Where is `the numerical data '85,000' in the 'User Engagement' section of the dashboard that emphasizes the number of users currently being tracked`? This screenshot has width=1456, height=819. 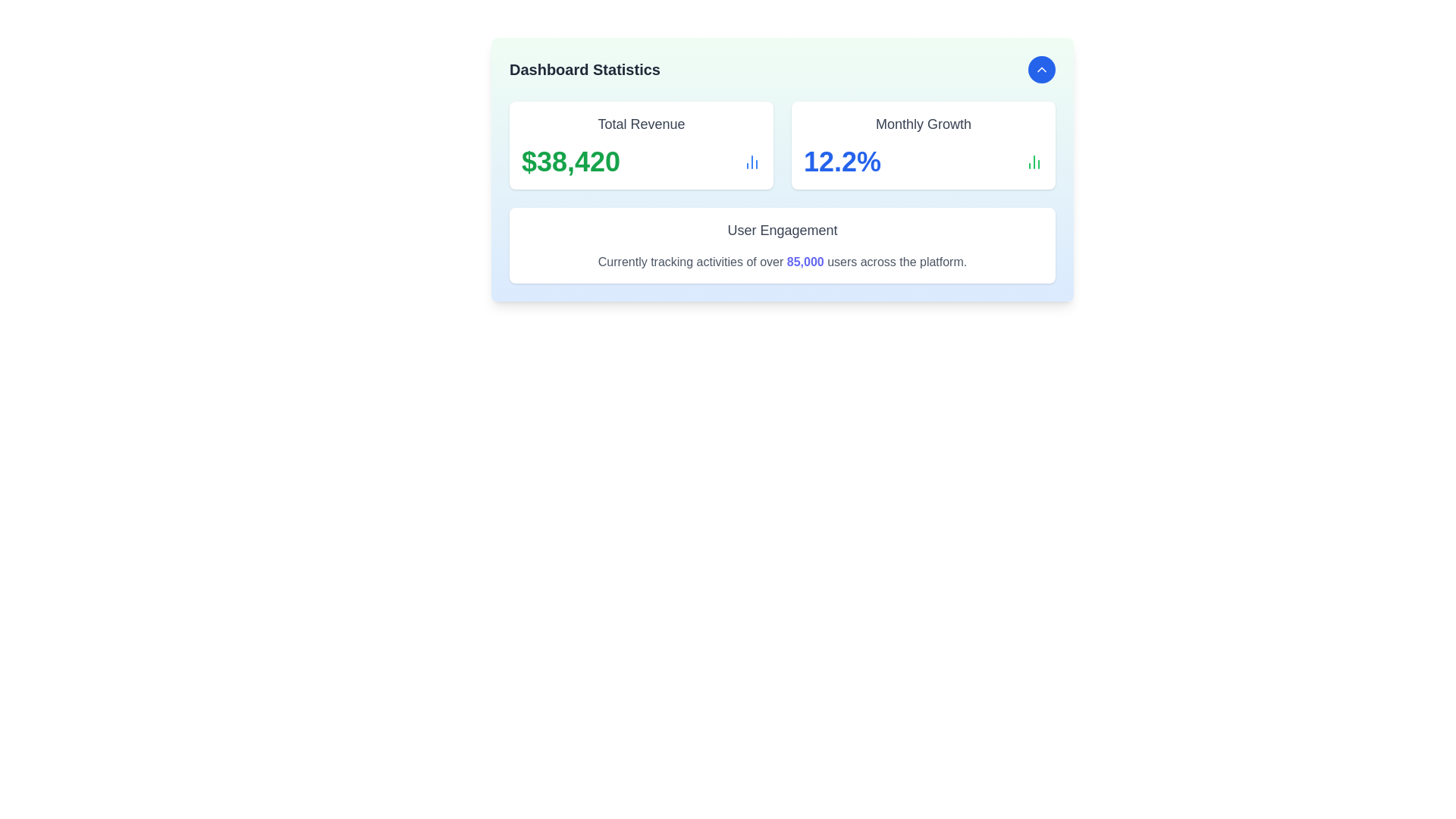 the numerical data '85,000' in the 'User Engagement' section of the dashboard that emphasizes the number of users currently being tracked is located at coordinates (805, 261).